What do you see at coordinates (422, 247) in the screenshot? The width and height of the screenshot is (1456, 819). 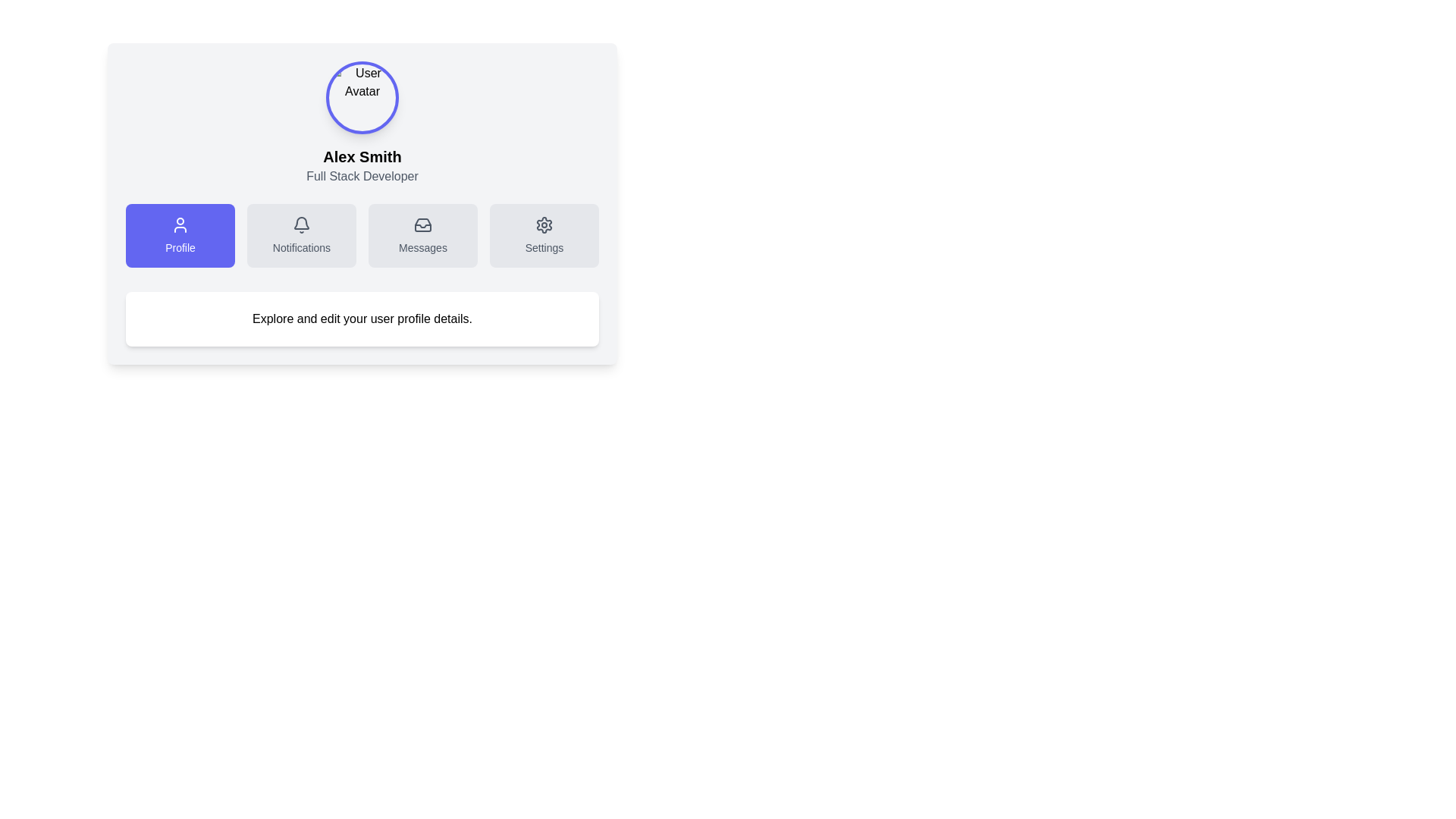 I see `the 'Messages' text label, which is styled in gray and positioned at the center-bottom of the third button in a row of four buttons under the user avatar section` at bounding box center [422, 247].